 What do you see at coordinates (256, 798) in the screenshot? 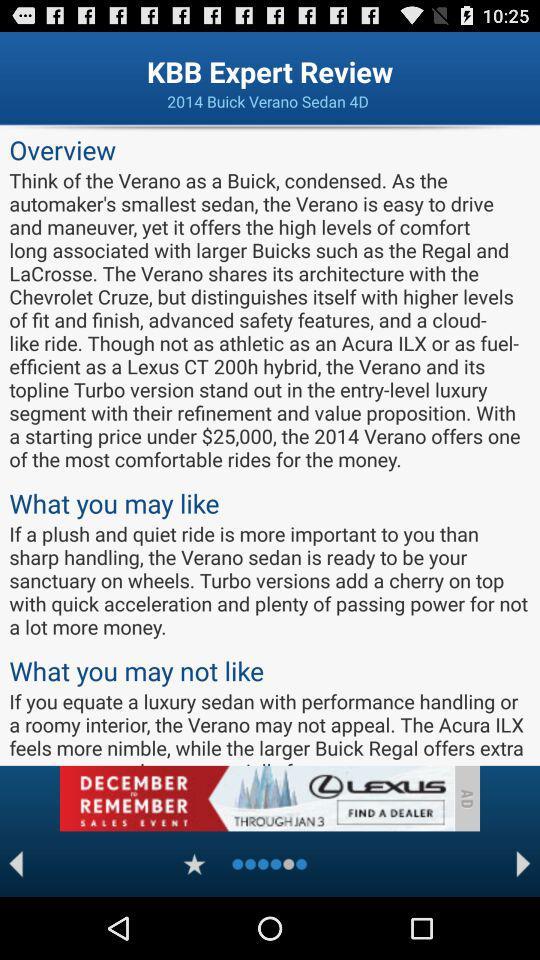
I see `for add` at bounding box center [256, 798].